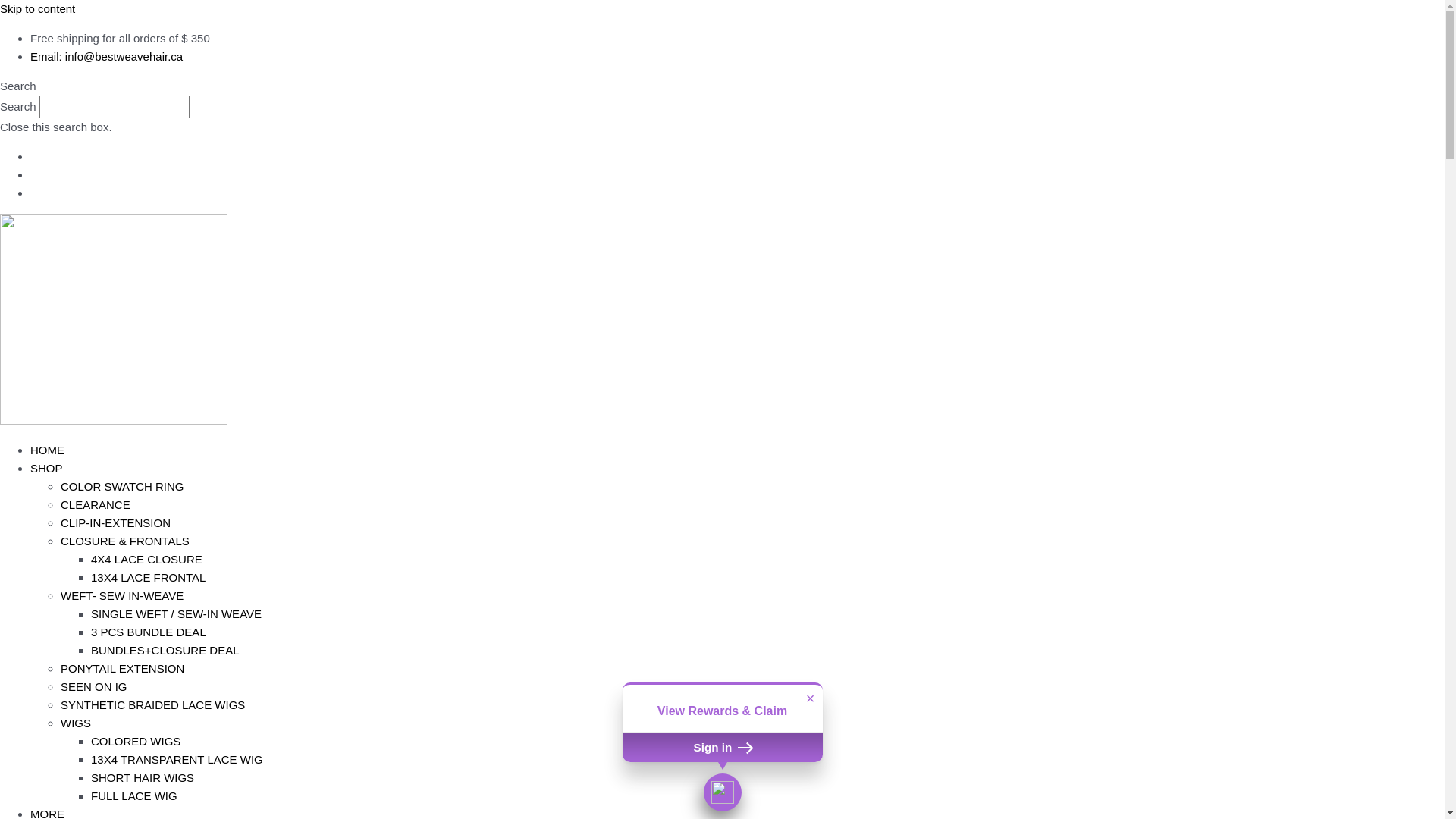  I want to click on 'SYNTHETIC BRAIDED LACE WIGS', so click(152, 704).